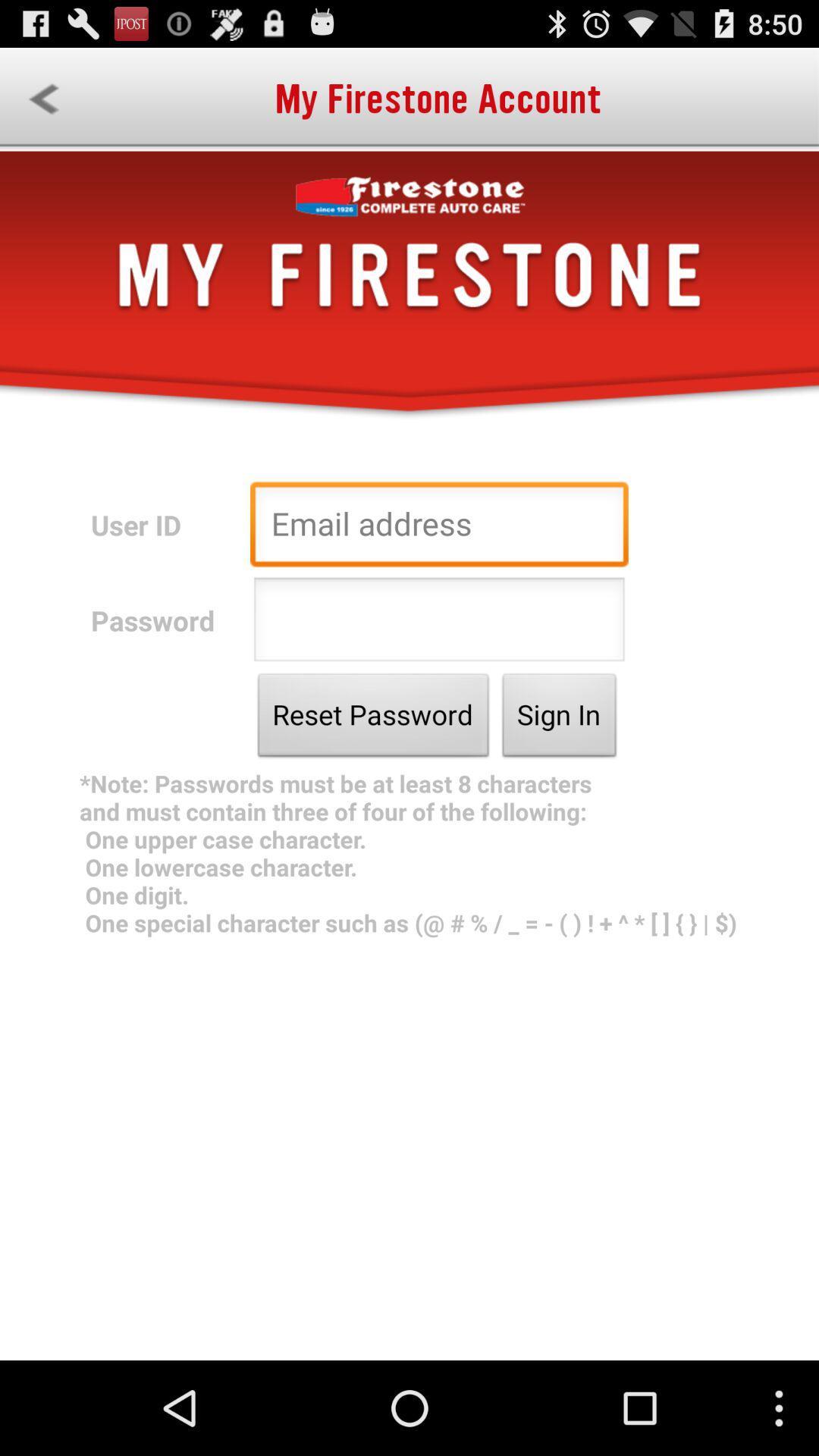 The image size is (819, 1456). Describe the element at coordinates (373, 718) in the screenshot. I see `the item next to the sign in button` at that location.